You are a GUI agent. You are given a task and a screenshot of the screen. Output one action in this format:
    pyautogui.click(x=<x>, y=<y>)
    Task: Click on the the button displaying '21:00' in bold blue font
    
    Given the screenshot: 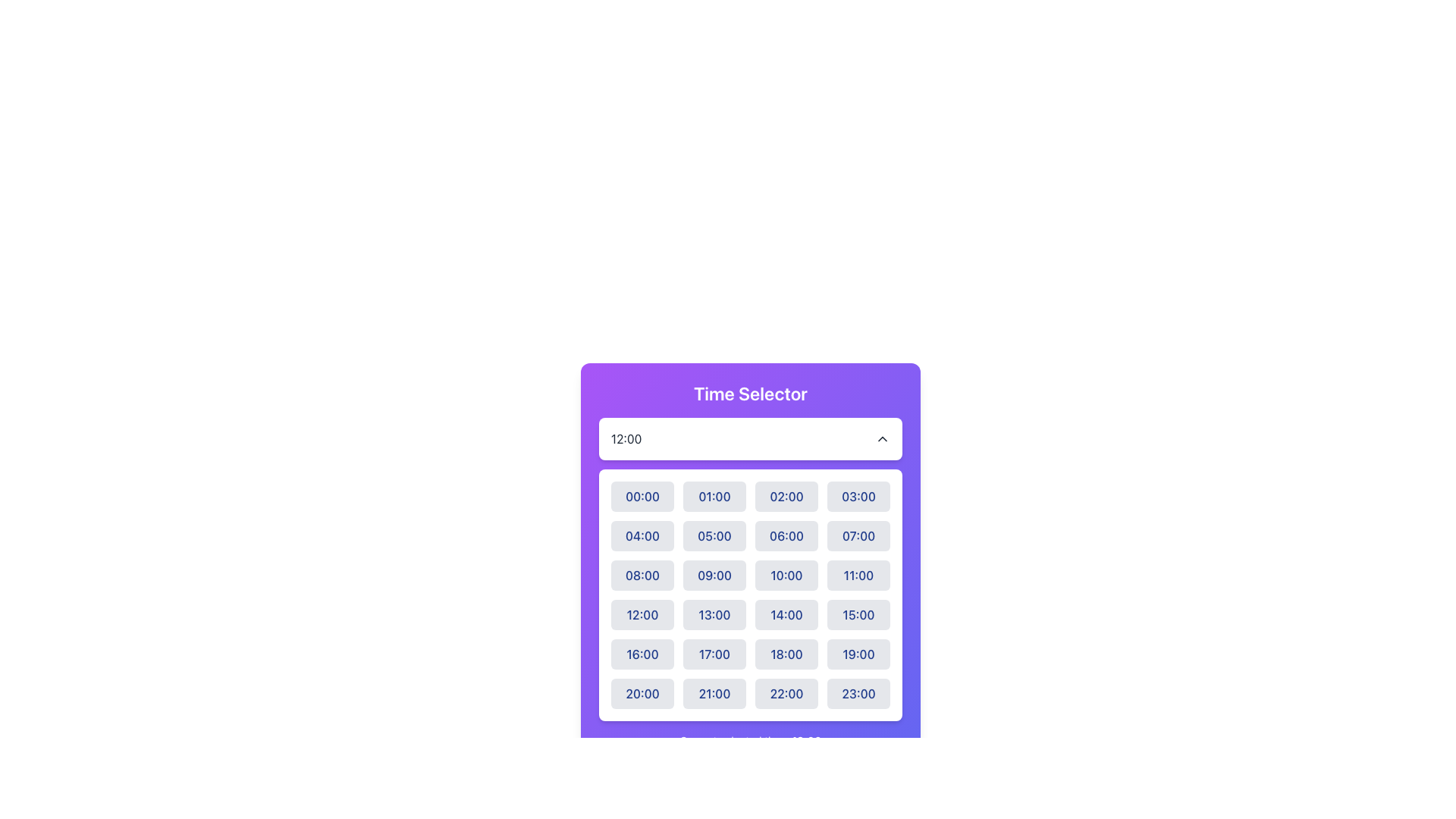 What is the action you would take?
    pyautogui.click(x=714, y=693)
    